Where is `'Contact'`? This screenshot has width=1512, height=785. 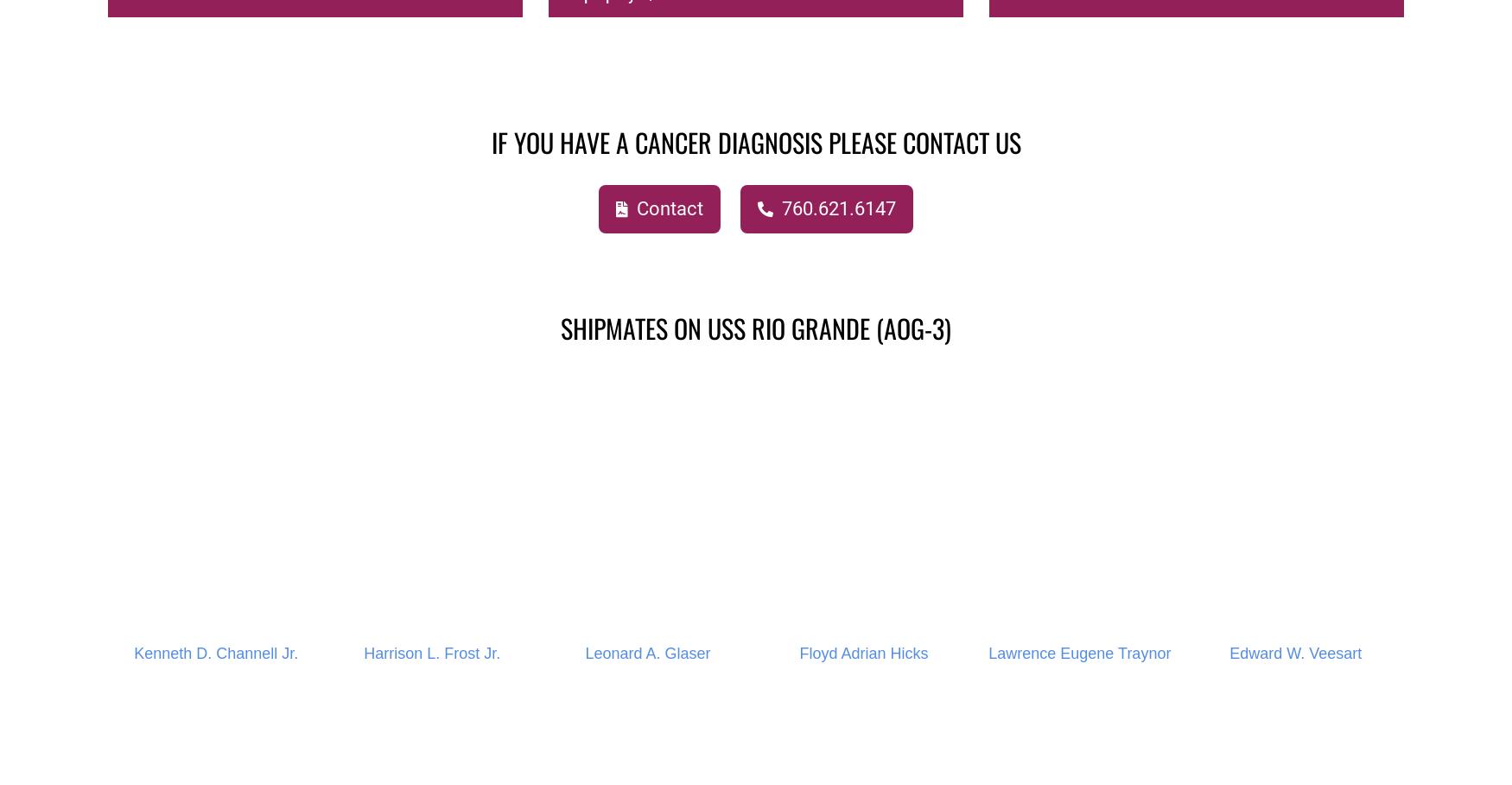
'Contact' is located at coordinates (632, 207).